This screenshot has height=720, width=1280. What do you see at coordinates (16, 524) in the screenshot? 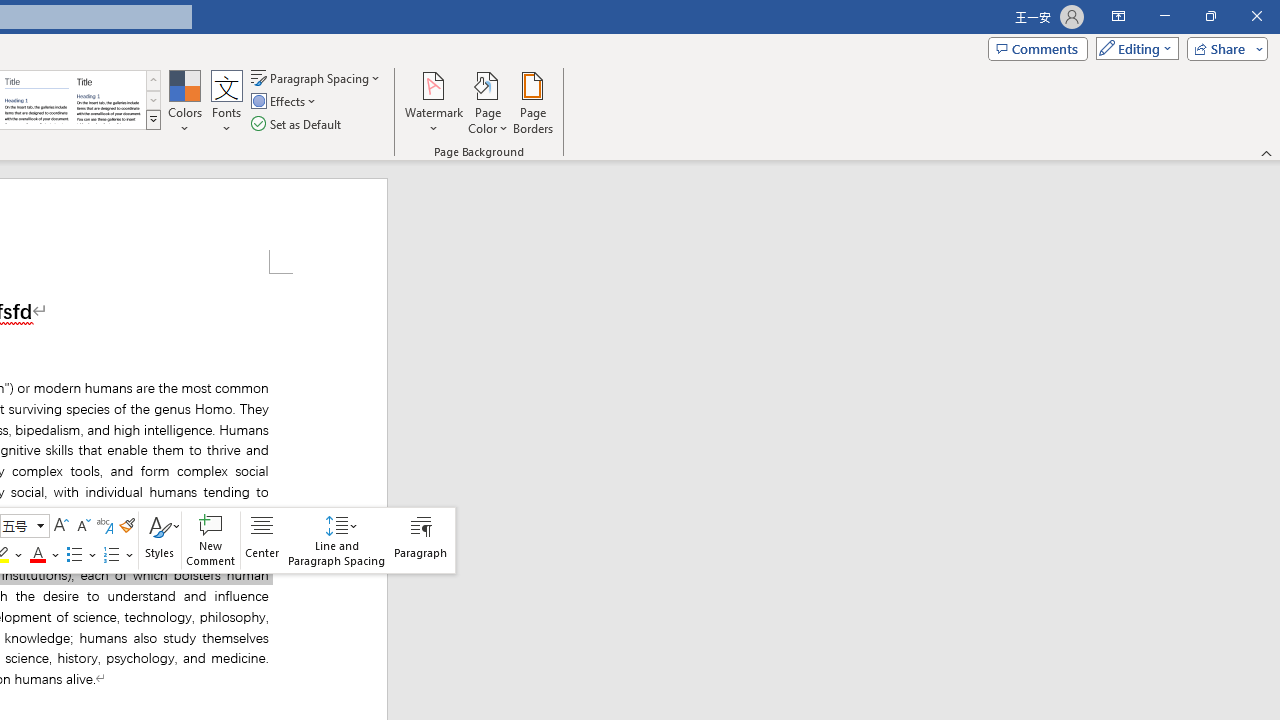
I see `'Class: NetUITextbox'` at bounding box center [16, 524].